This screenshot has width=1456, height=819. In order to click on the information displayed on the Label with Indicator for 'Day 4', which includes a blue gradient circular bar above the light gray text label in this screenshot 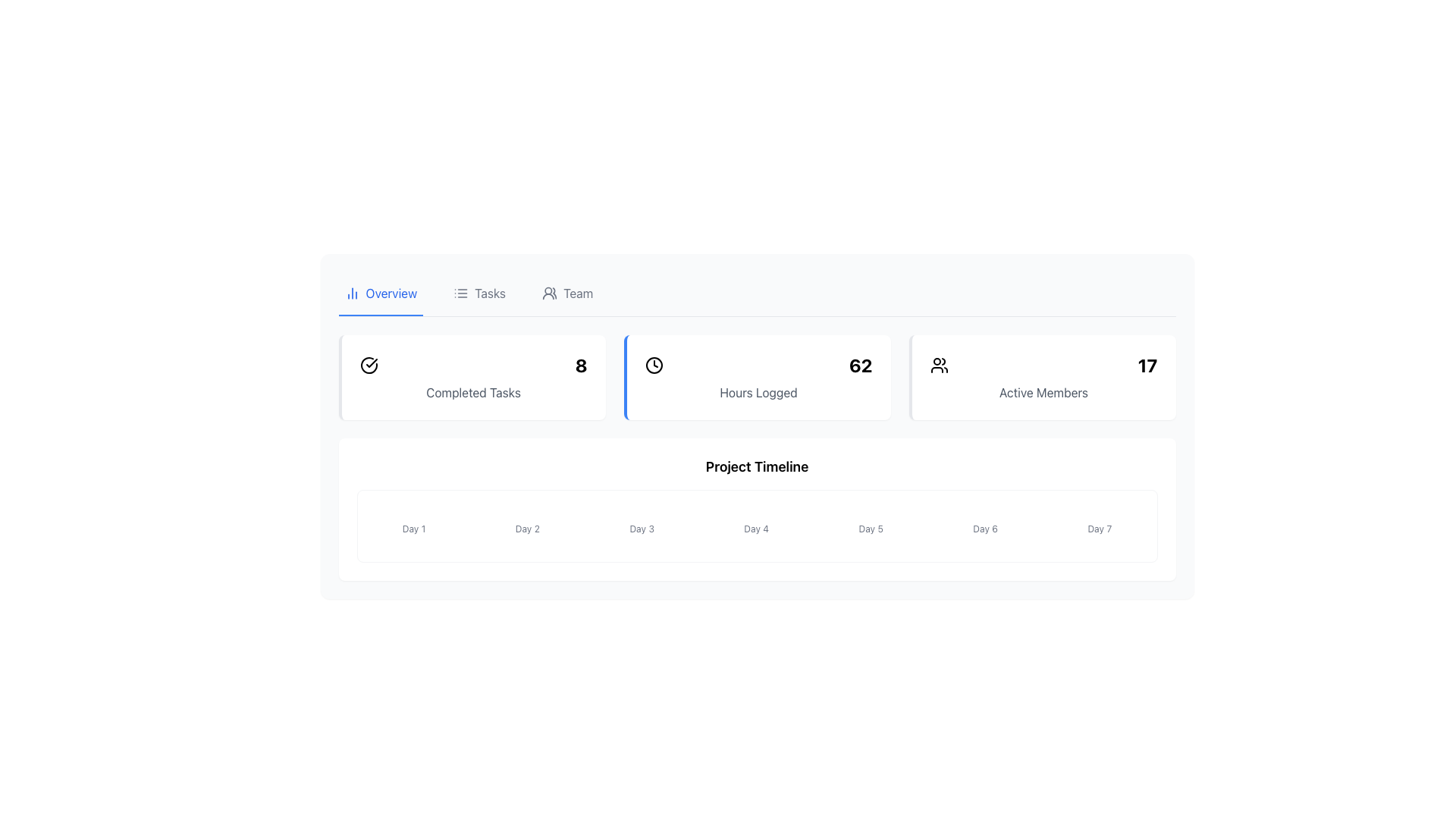, I will do `click(756, 526)`.